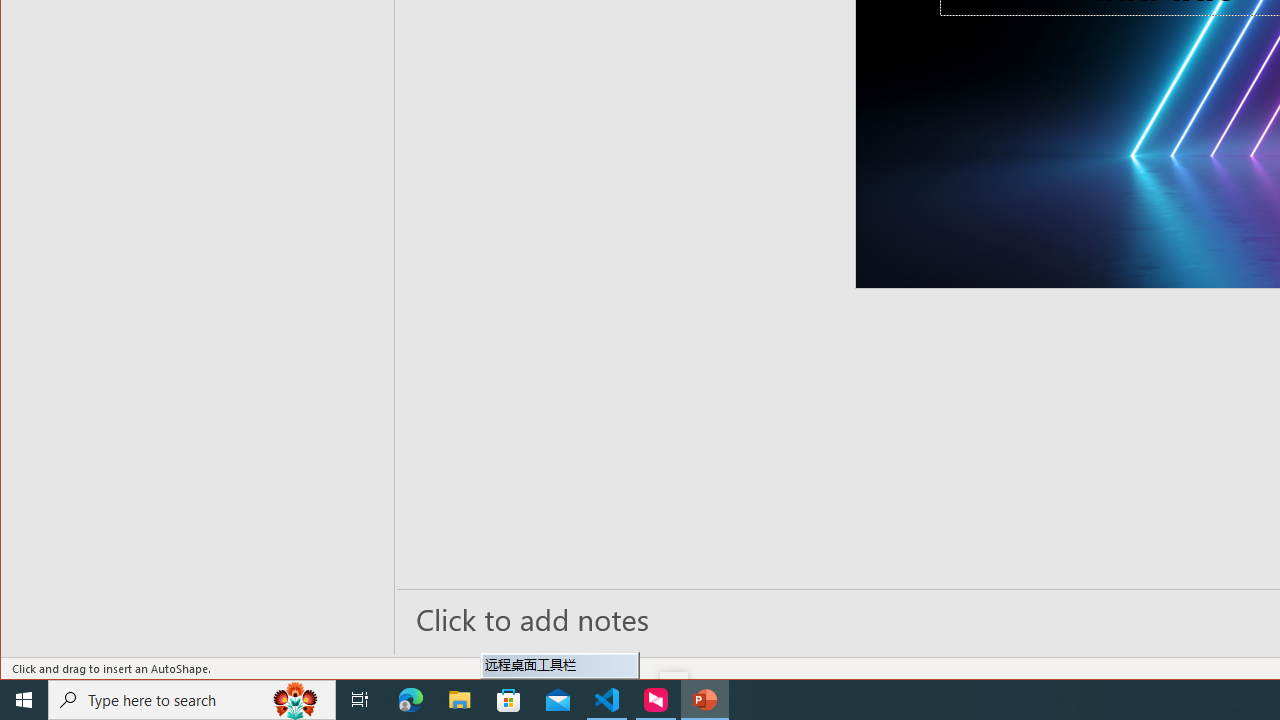 Image resolution: width=1280 pixels, height=720 pixels. What do you see at coordinates (410, 698) in the screenshot?
I see `'Microsoft Edge'` at bounding box center [410, 698].